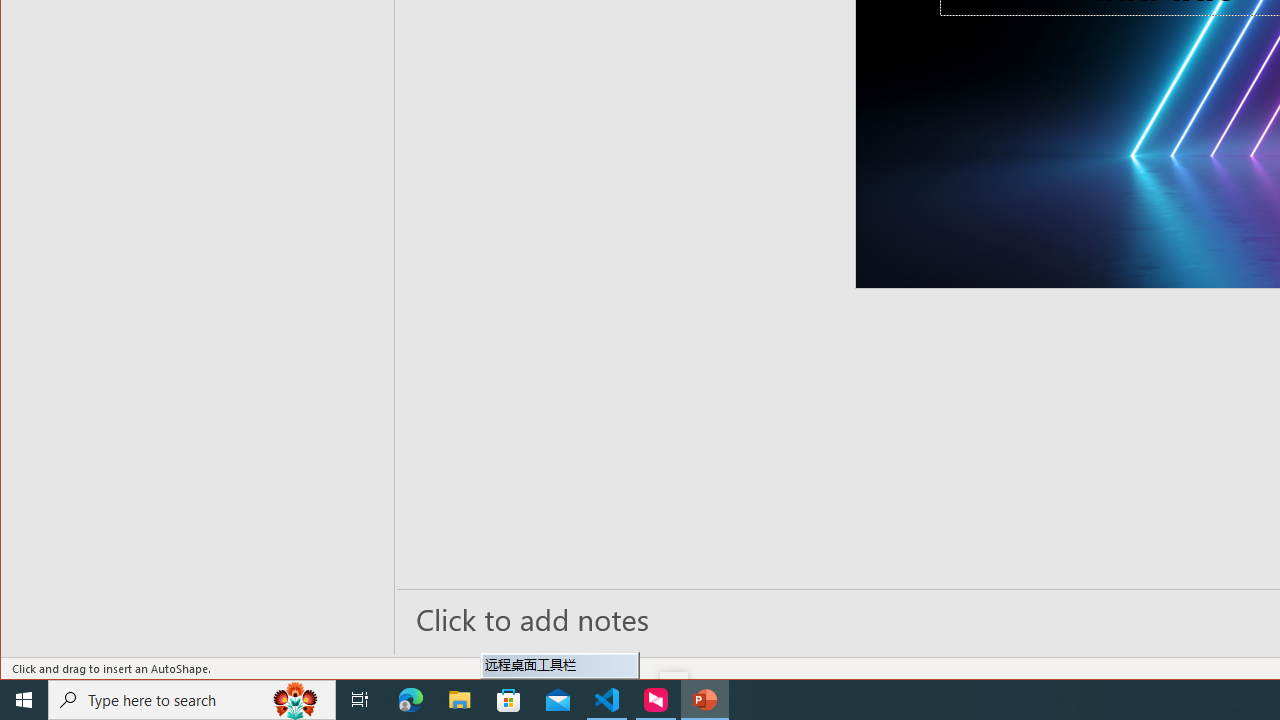 Image resolution: width=1280 pixels, height=720 pixels. What do you see at coordinates (410, 698) in the screenshot?
I see `'Microsoft Edge'` at bounding box center [410, 698].